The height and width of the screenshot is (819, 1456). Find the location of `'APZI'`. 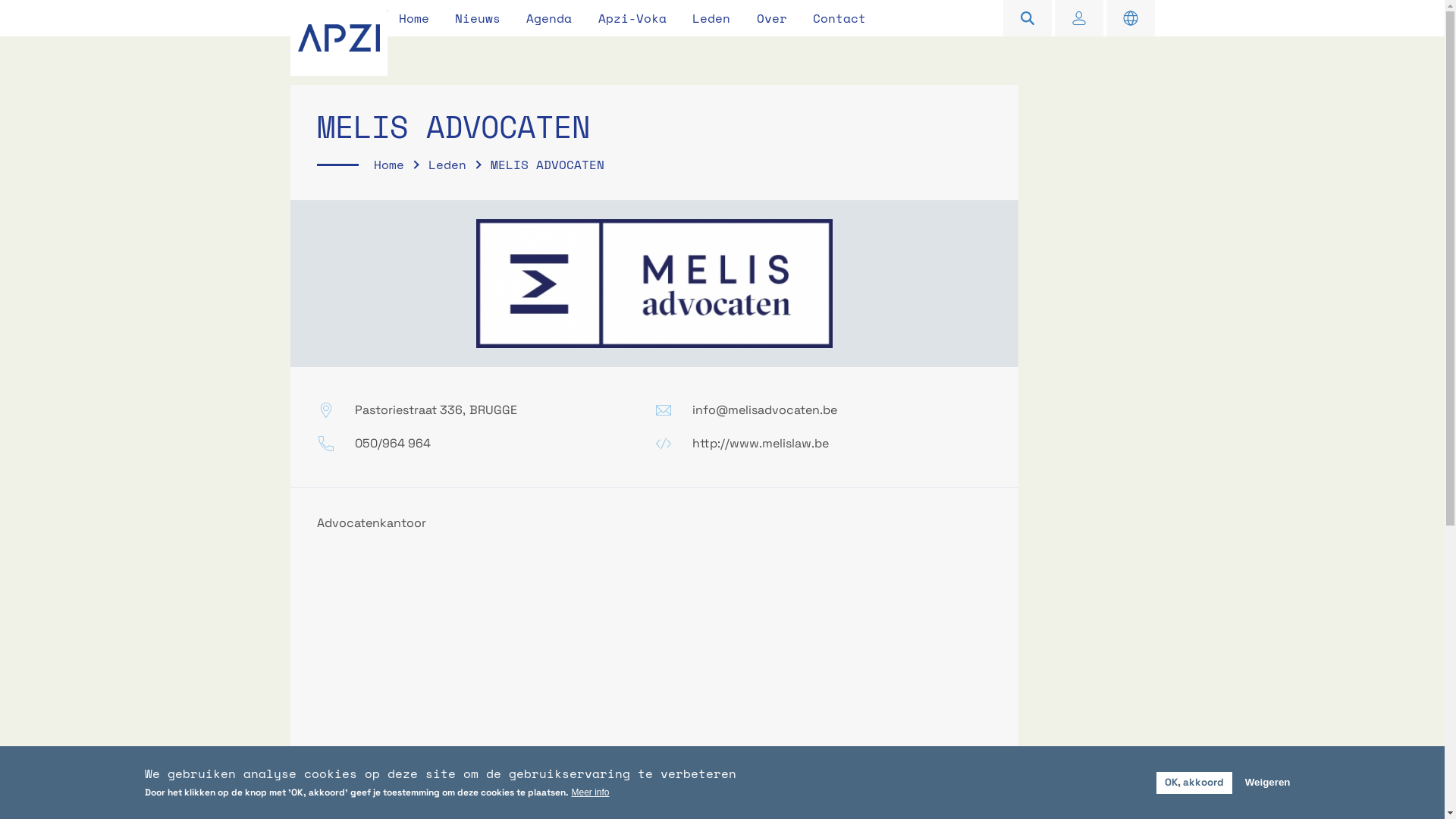

'APZI' is located at coordinates (337, 37).